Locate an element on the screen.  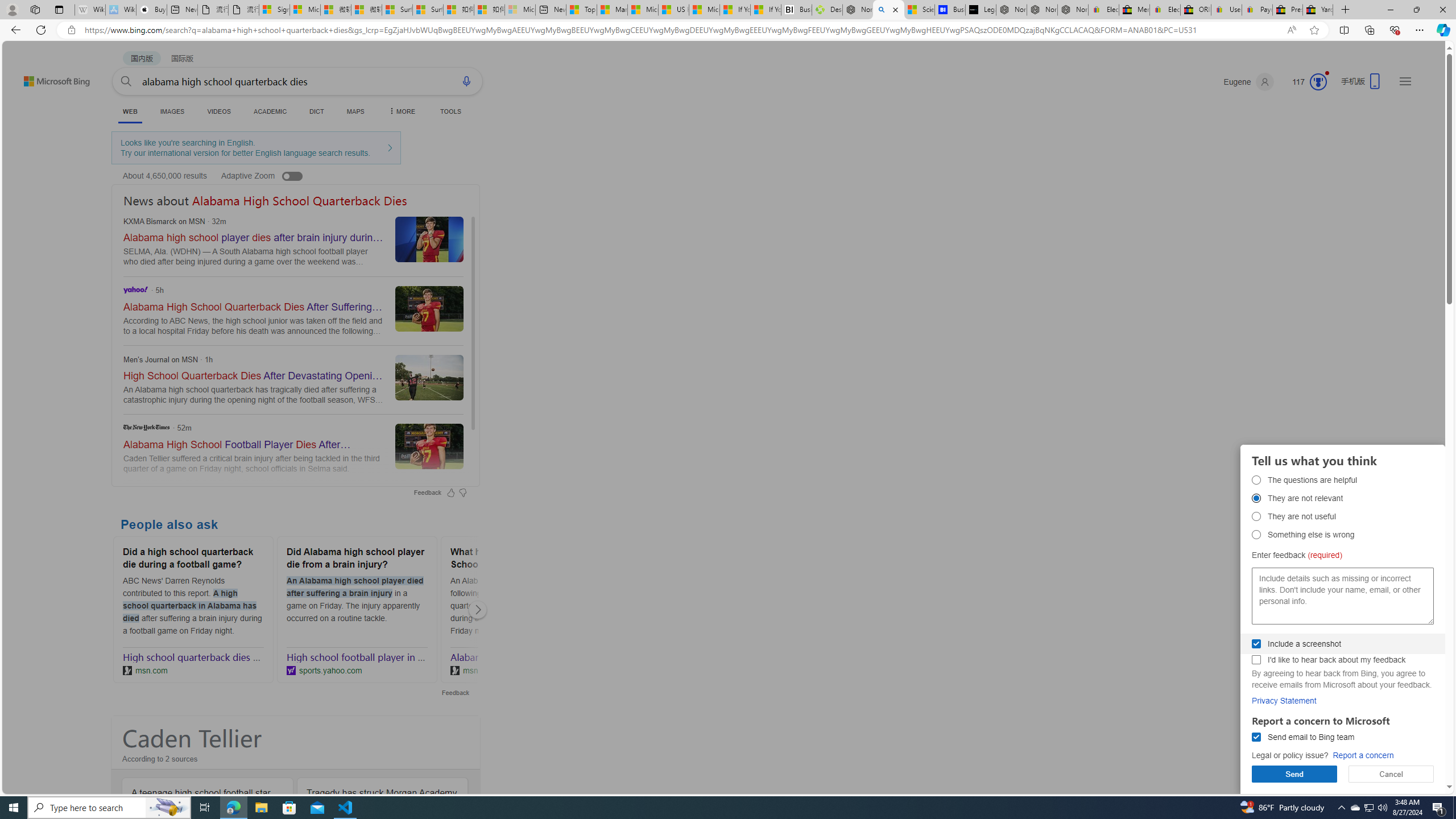
'Something else is wrong Something else is wrong' is located at coordinates (1256, 533).